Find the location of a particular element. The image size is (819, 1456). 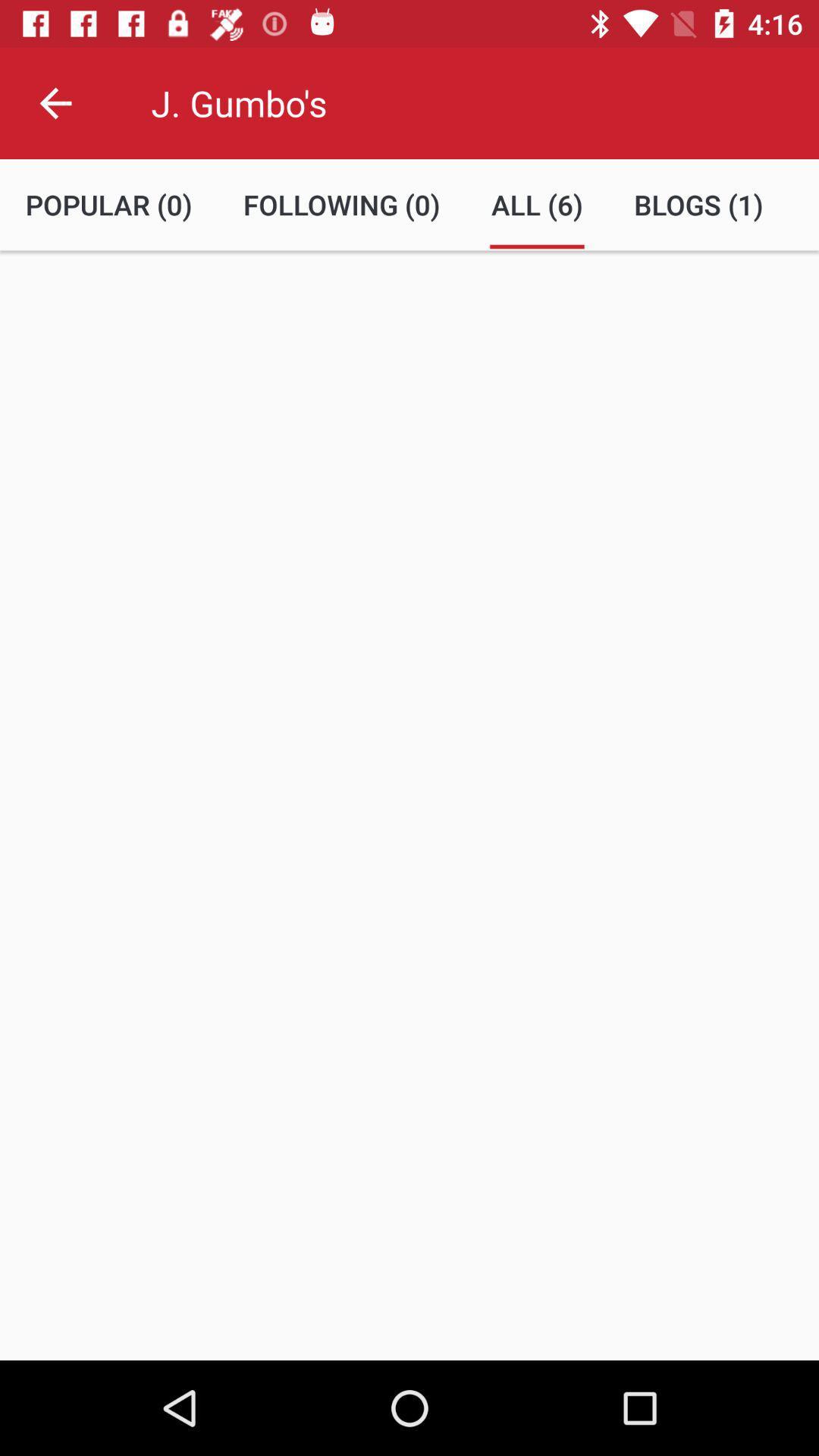

the item to the left of the j. gumbo's item is located at coordinates (55, 102).